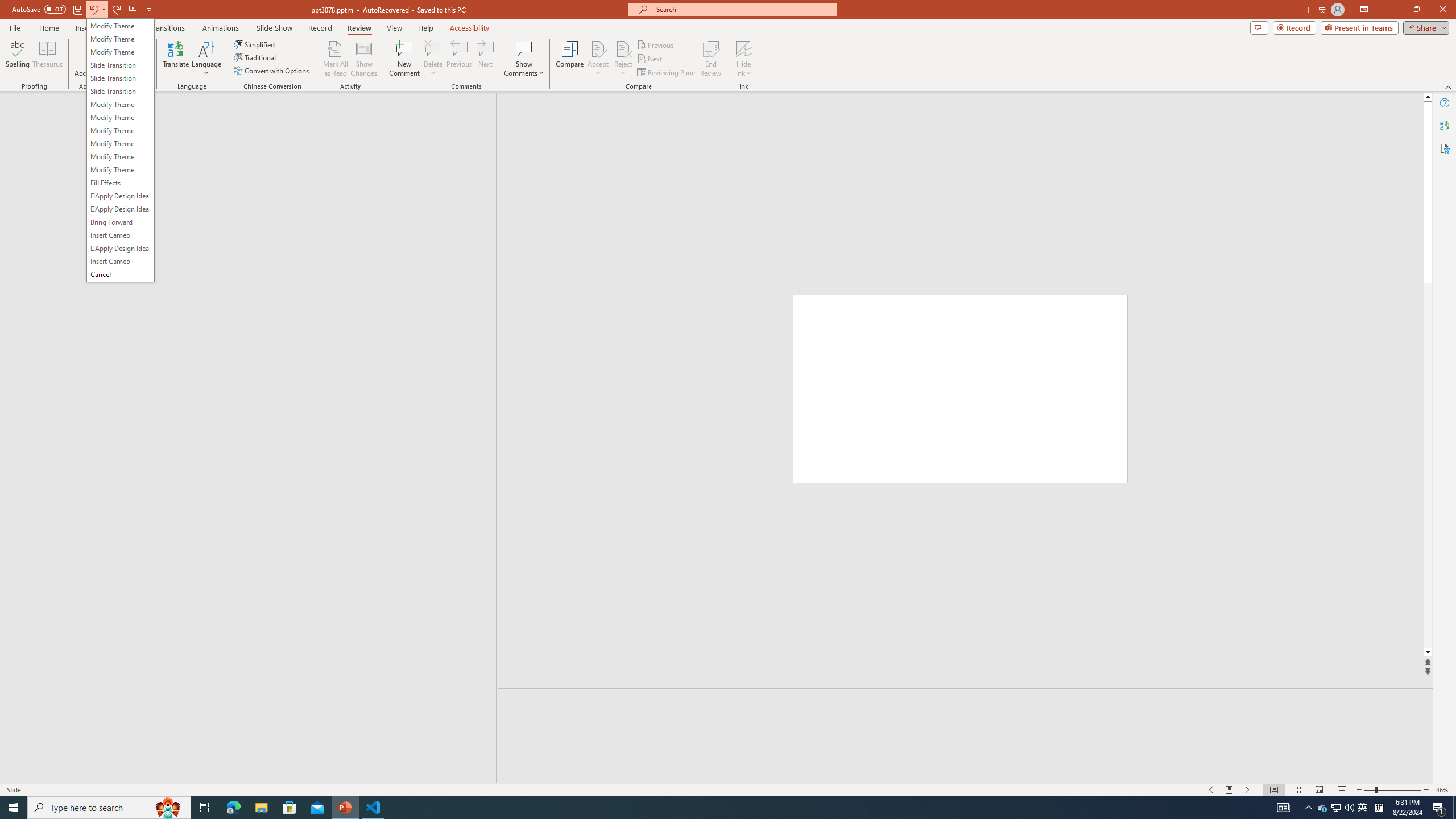  Describe the element at coordinates (1247, 790) in the screenshot. I see `'Slide Show Next On'` at that location.